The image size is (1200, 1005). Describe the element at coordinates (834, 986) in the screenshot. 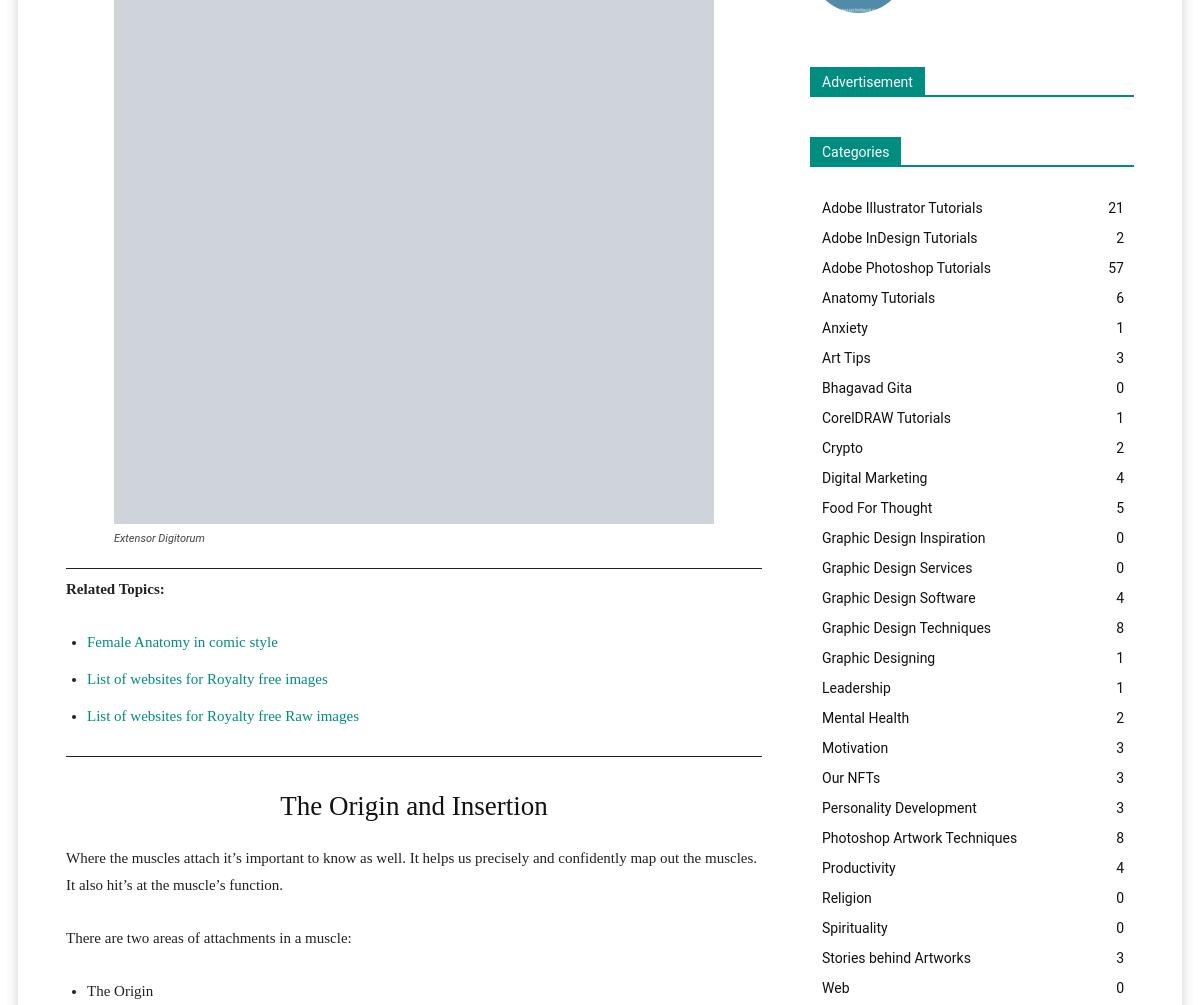

I see `'Web'` at that location.